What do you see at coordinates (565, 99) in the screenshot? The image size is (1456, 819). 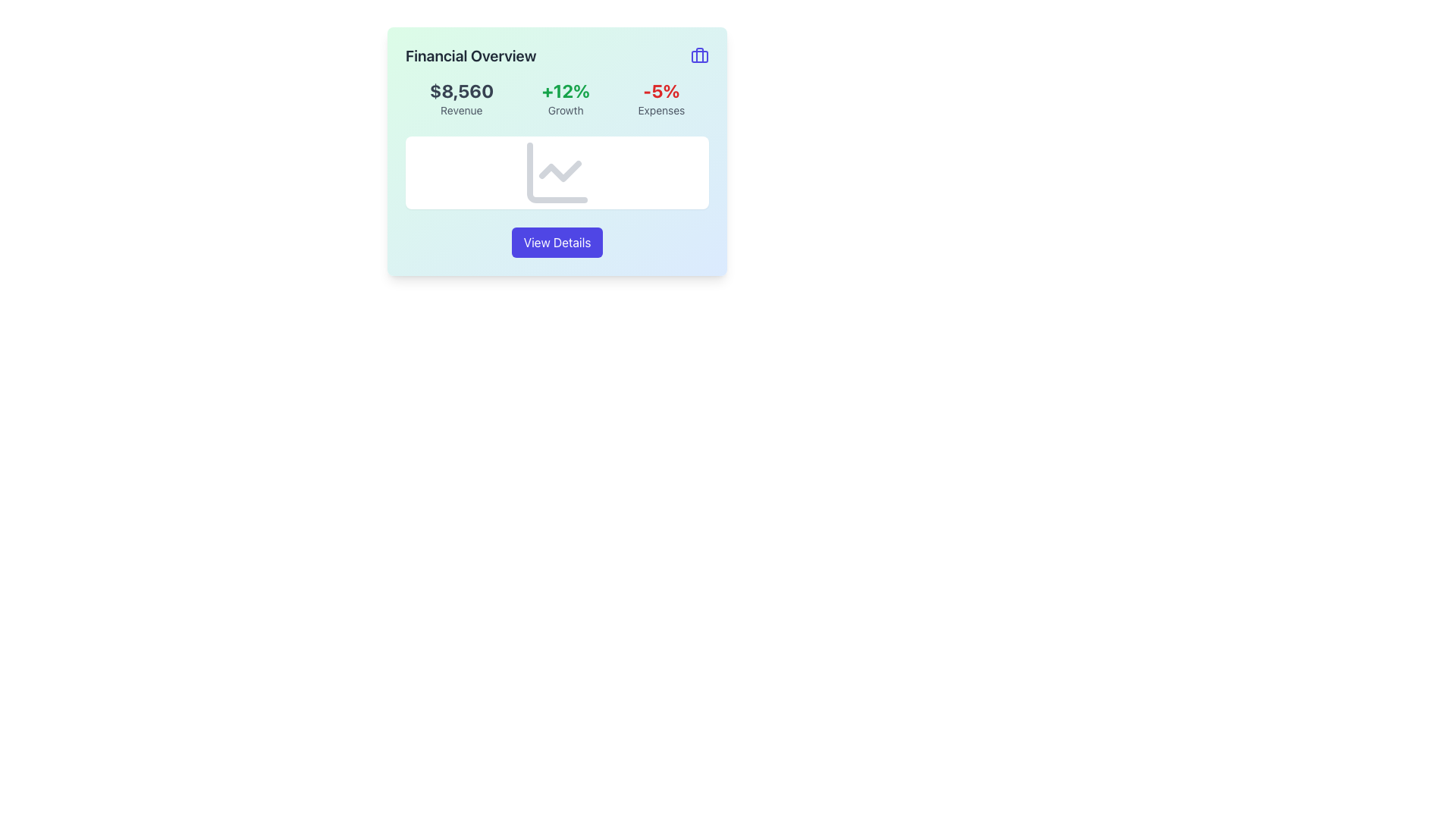 I see `the text block that conveys an increase in growth percentage, located under the 'Financial Overview' label, positioned between '$8,560 Revenue' and '-5% Expenses'` at bounding box center [565, 99].